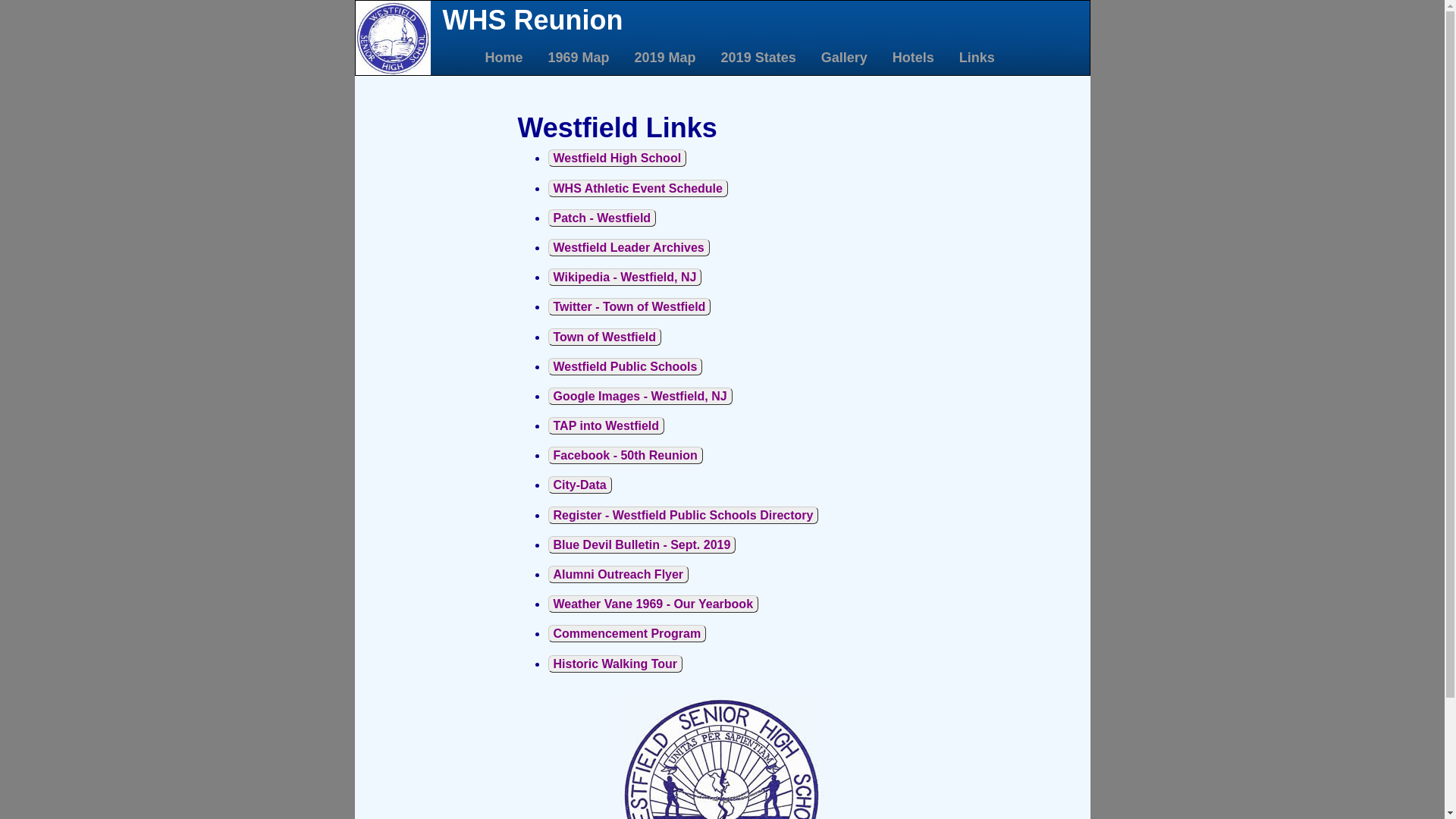 Image resolution: width=1456 pixels, height=819 pixels. What do you see at coordinates (639, 395) in the screenshot?
I see `'Google Images - Westfield, NJ'` at bounding box center [639, 395].